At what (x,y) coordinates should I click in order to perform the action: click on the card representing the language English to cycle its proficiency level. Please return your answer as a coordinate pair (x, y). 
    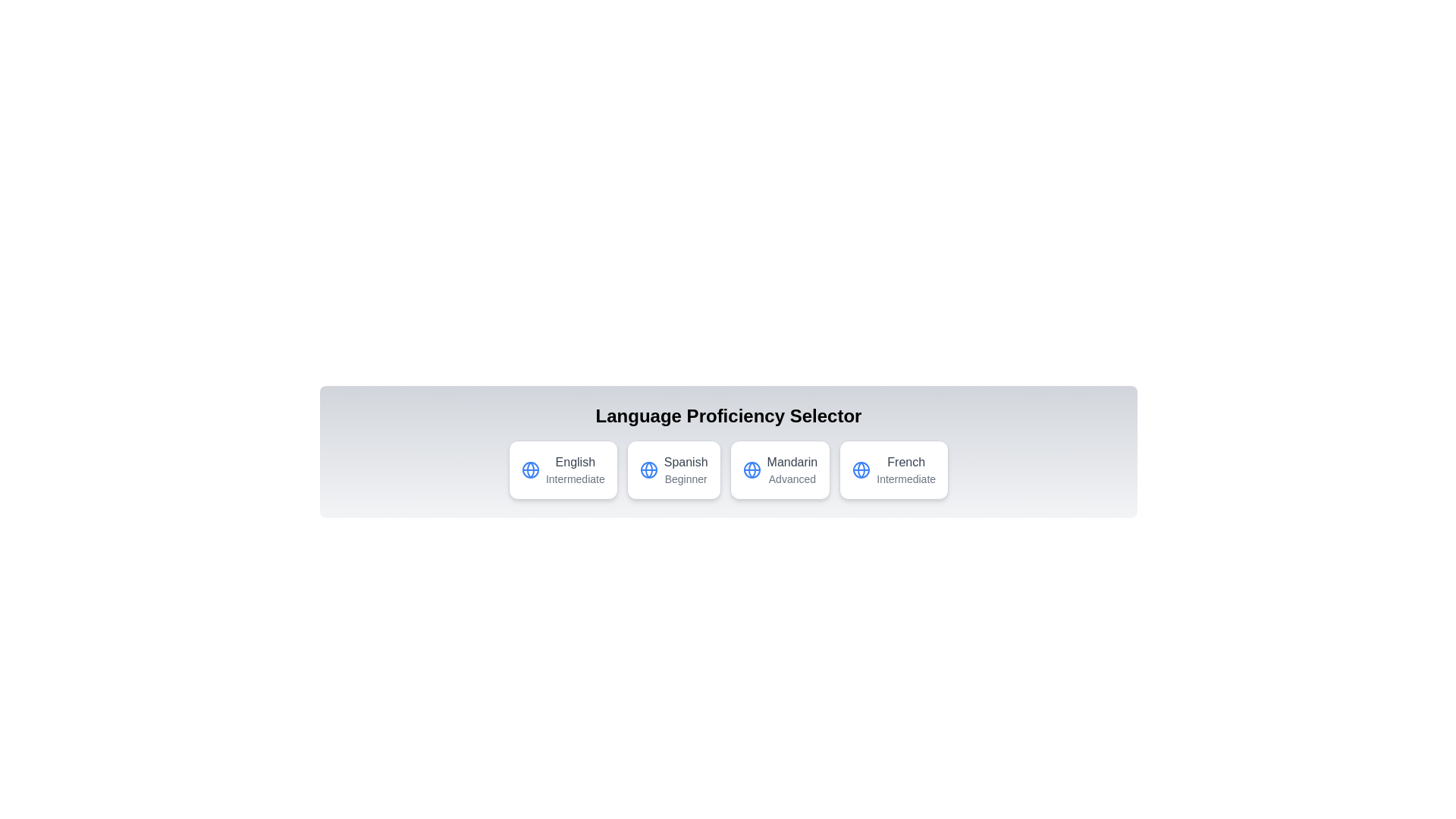
    Looking at the image, I should click on (562, 469).